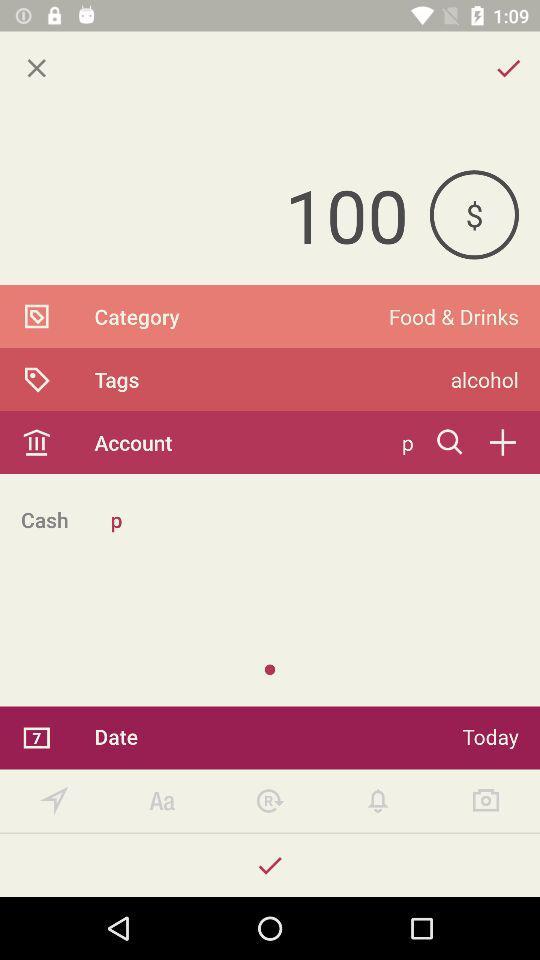 This screenshot has height=960, width=540. Describe the element at coordinates (378, 801) in the screenshot. I see `turn on notification` at that location.